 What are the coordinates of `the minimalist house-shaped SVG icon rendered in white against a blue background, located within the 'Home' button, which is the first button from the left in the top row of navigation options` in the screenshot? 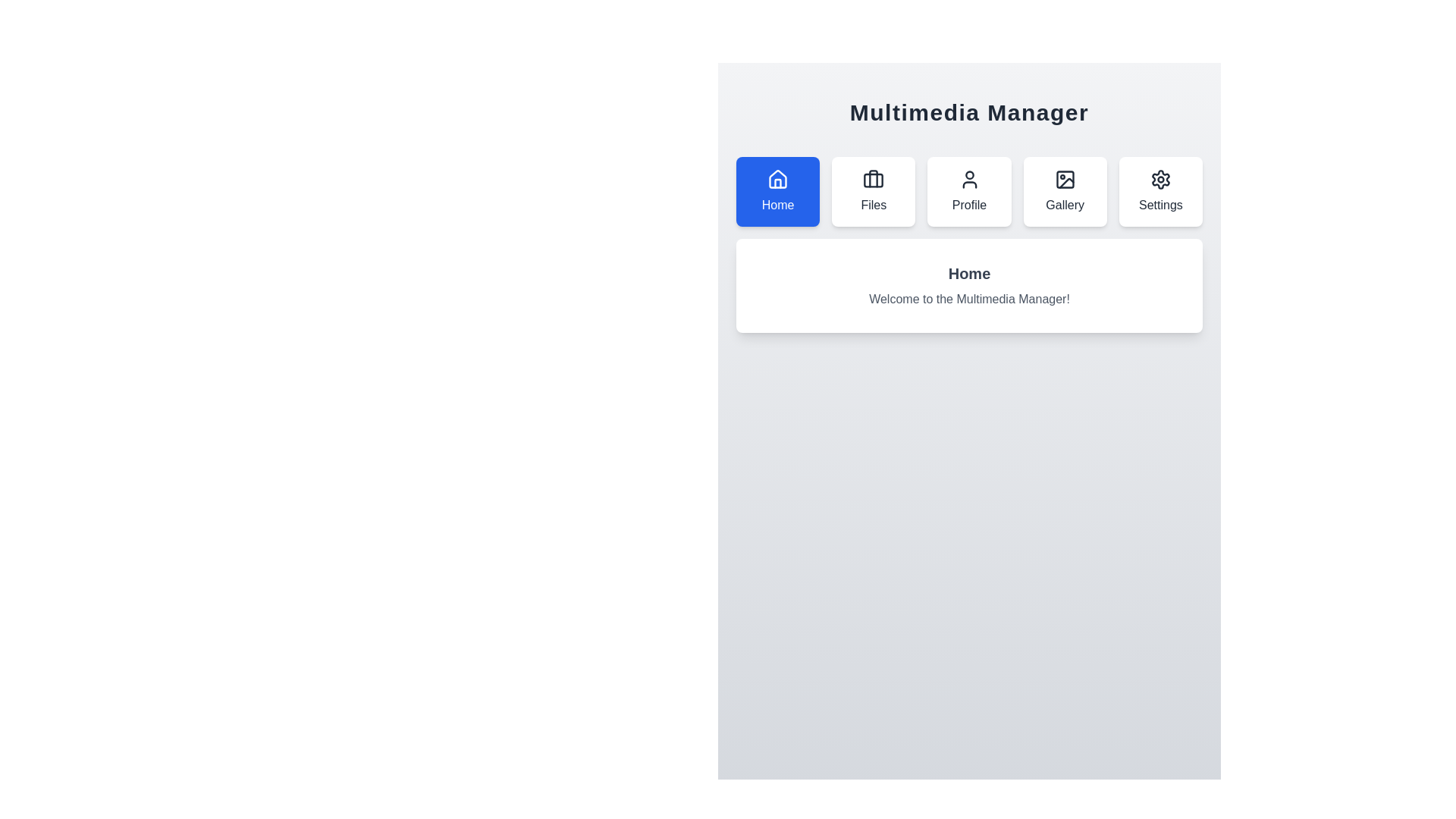 It's located at (778, 178).